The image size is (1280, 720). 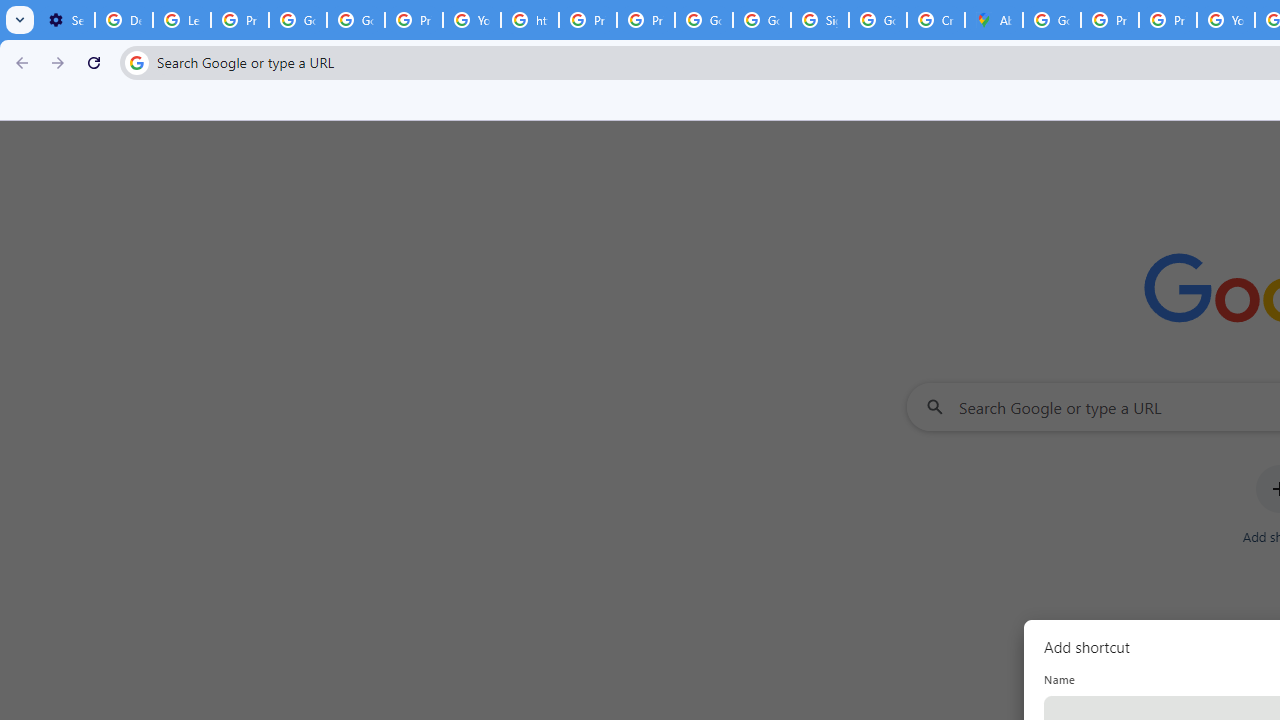 I want to click on 'Settings - On startup', so click(x=65, y=20).